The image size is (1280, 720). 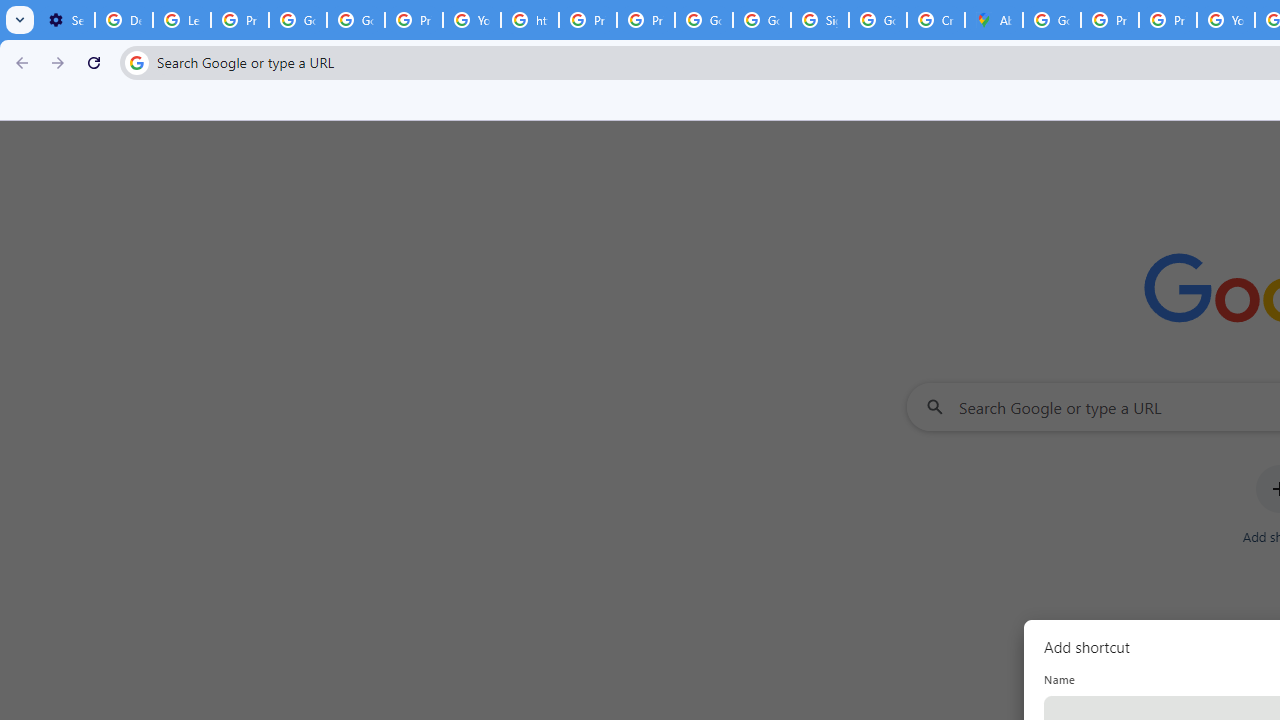 I want to click on 'Settings - On startup', so click(x=65, y=20).